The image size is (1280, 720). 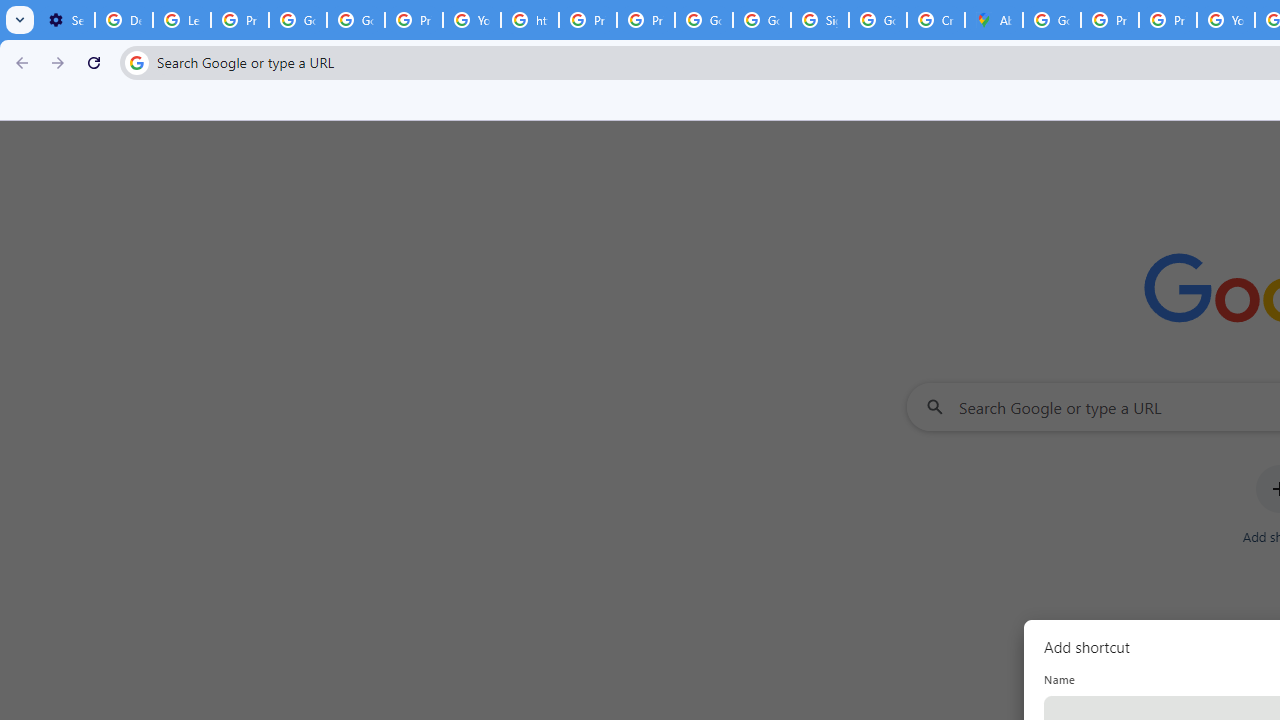 I want to click on 'Settings - On startup', so click(x=65, y=20).